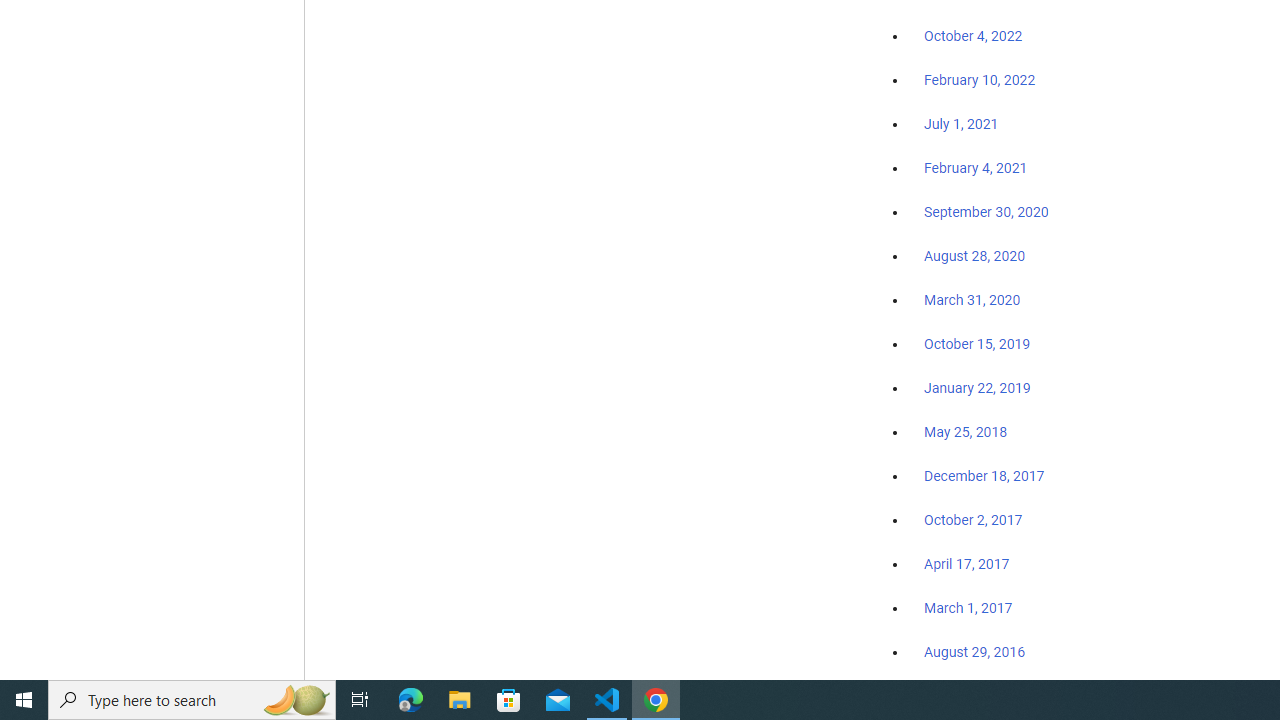  Describe the element at coordinates (974, 651) in the screenshot. I see `'August 29, 2016'` at that location.